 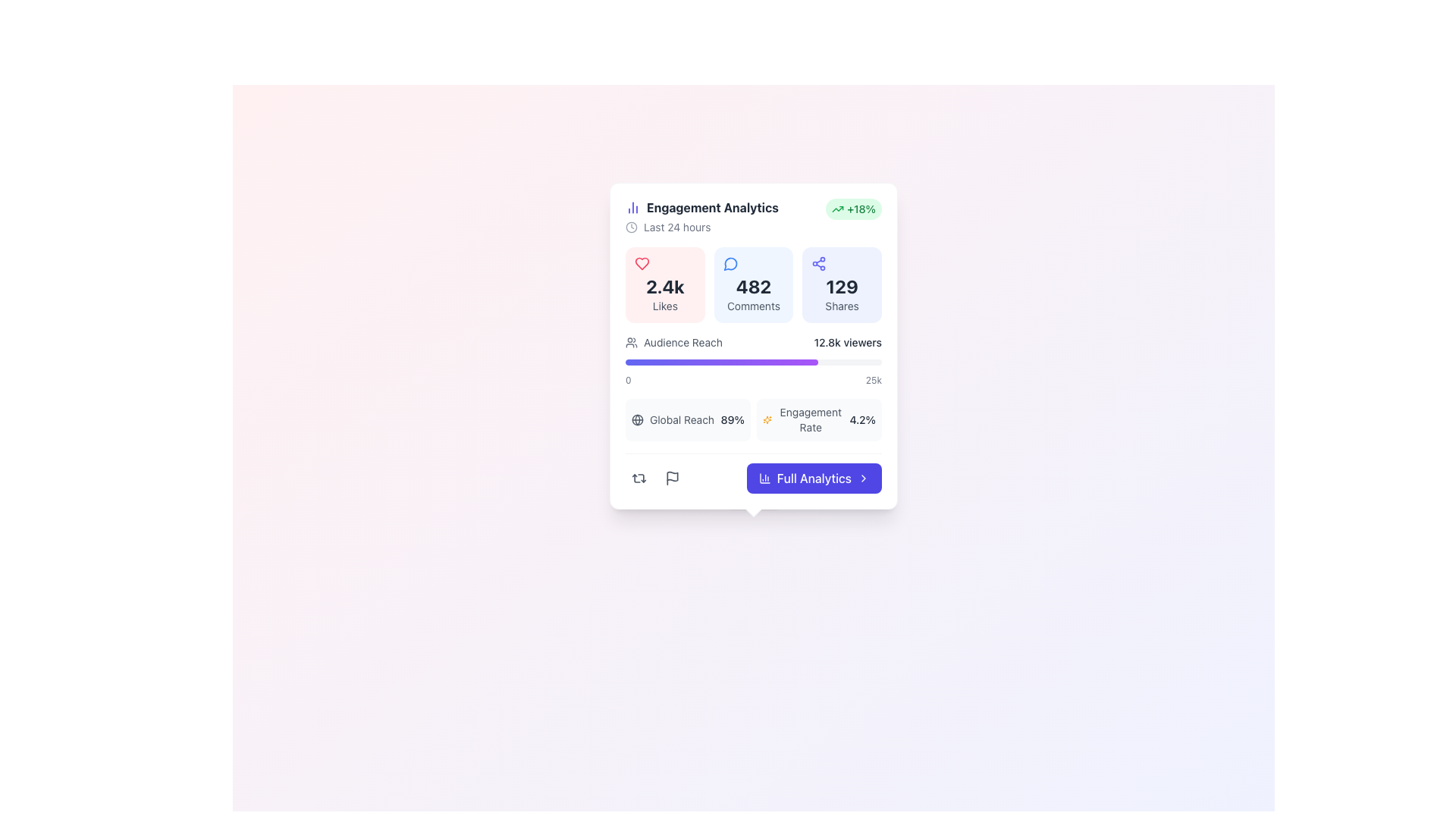 What do you see at coordinates (874, 379) in the screenshot?
I see `text element representing the maximum reference value for the 'Audience Reach' bar located at the far right of the horizontal bar` at bounding box center [874, 379].